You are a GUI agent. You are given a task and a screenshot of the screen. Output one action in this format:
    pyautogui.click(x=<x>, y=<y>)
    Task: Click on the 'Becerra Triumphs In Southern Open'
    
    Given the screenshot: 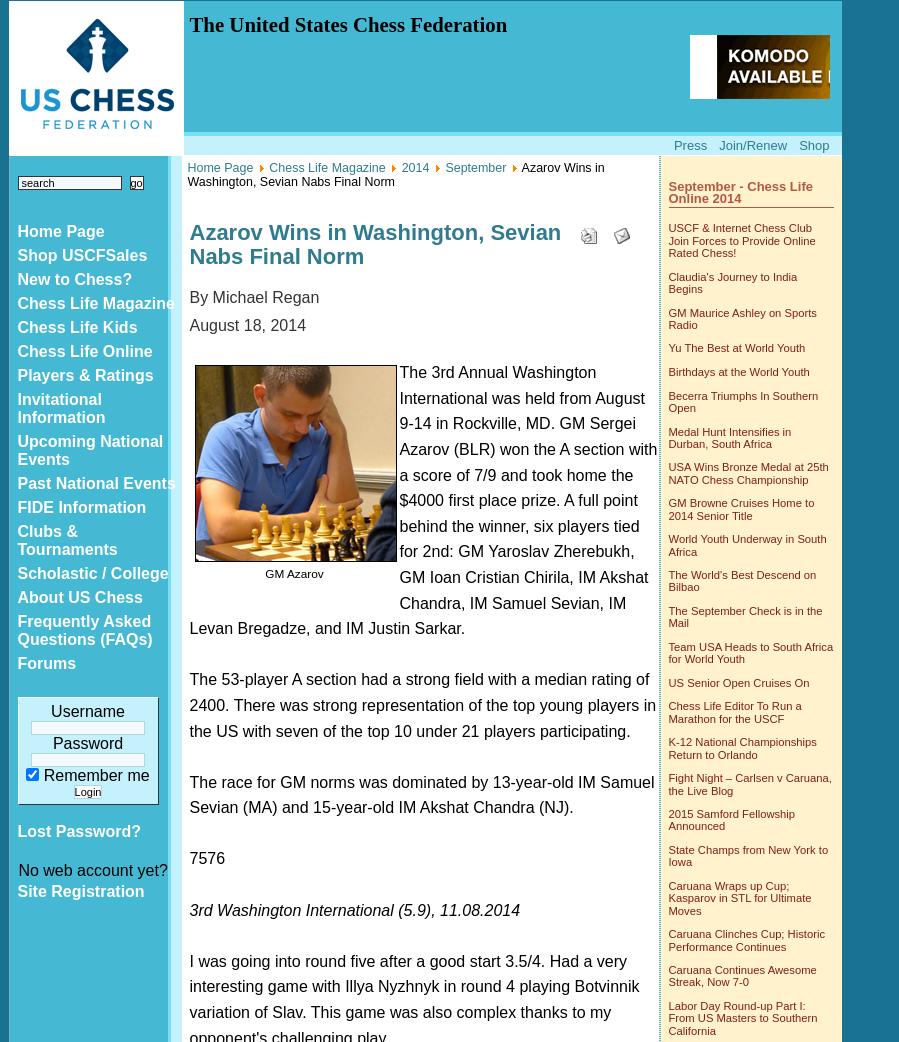 What is the action you would take?
    pyautogui.click(x=742, y=399)
    